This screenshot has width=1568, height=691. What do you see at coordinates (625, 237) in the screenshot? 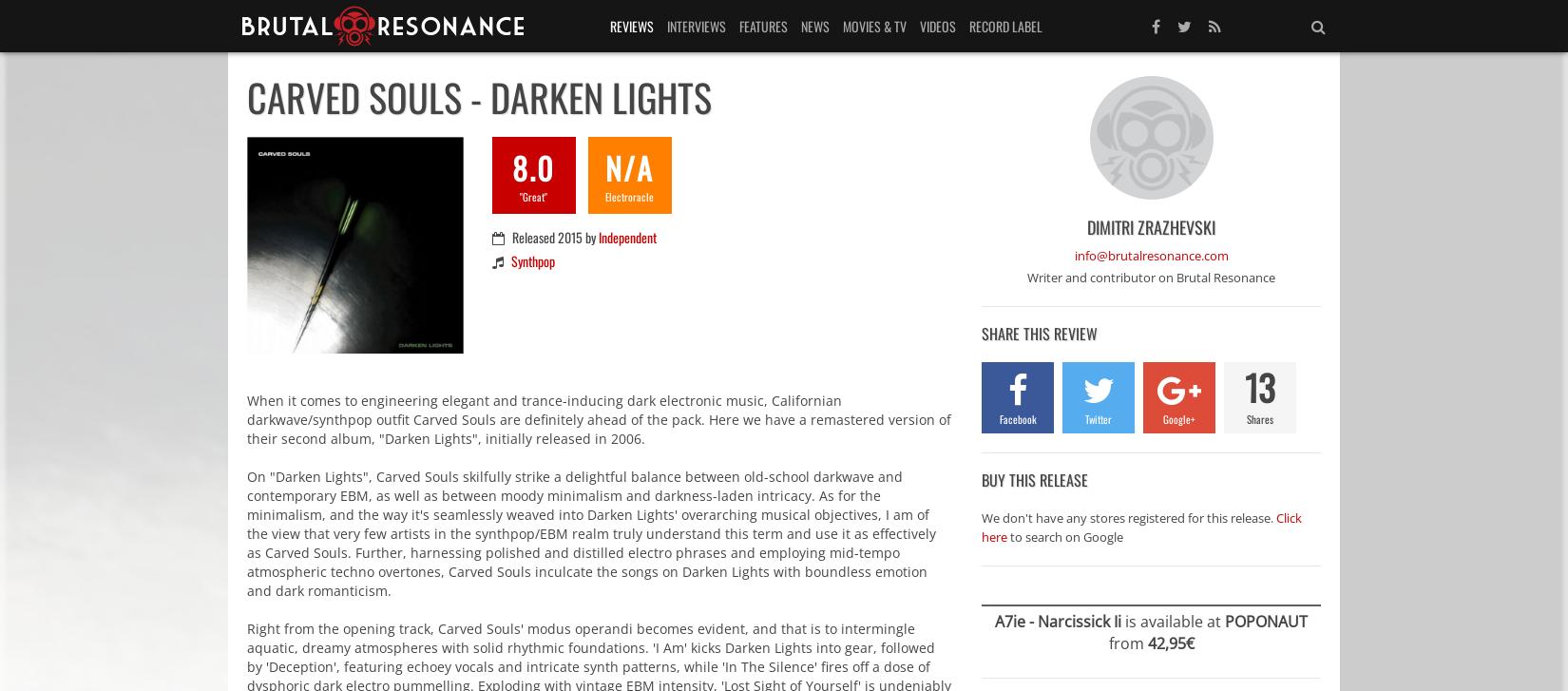
I see `'Independent'` at bounding box center [625, 237].